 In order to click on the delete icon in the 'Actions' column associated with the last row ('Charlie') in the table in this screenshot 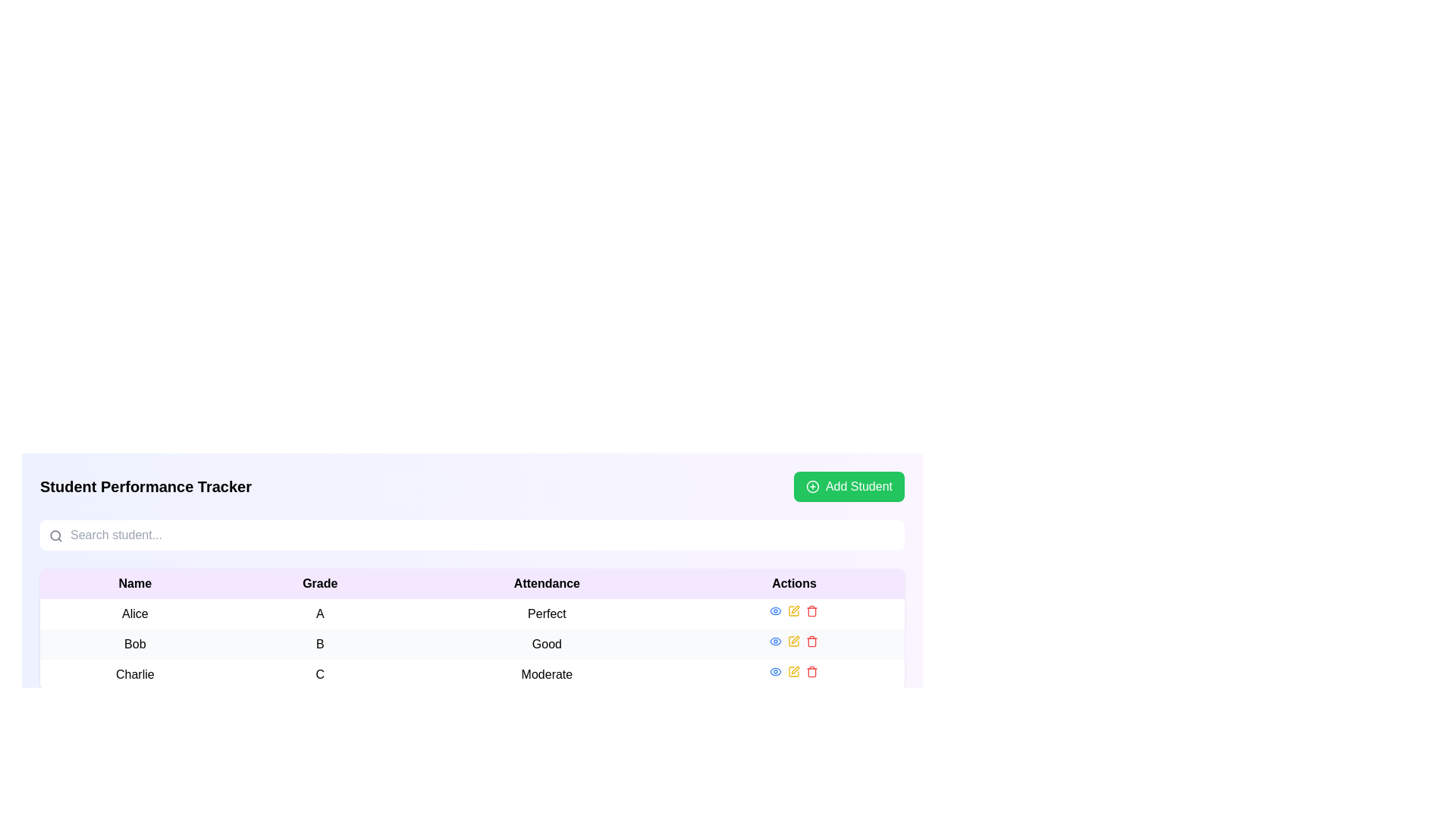, I will do `click(811, 672)`.